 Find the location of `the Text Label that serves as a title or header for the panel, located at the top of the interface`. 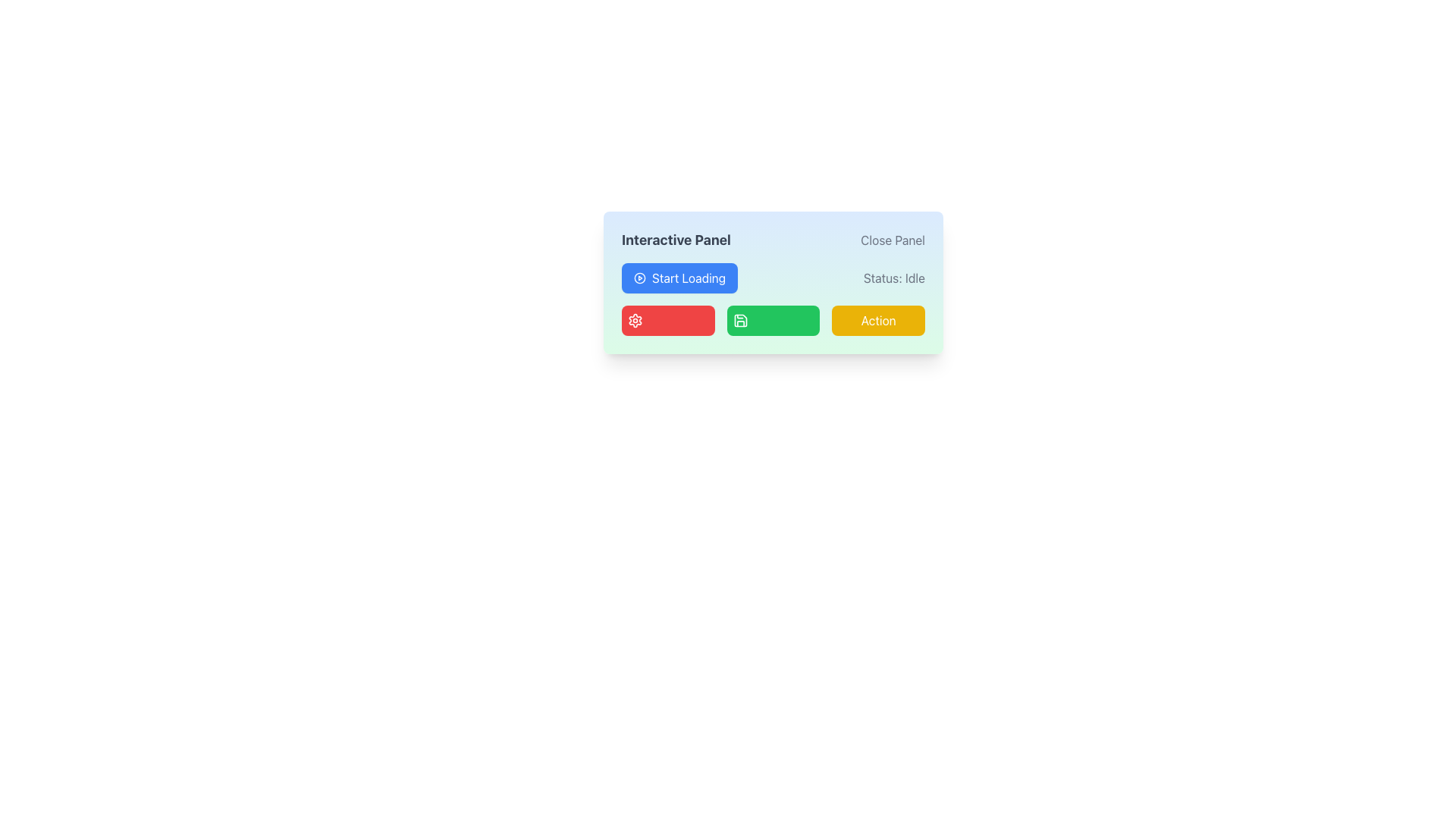

the Text Label that serves as a title or header for the panel, located at the top of the interface is located at coordinates (676, 239).